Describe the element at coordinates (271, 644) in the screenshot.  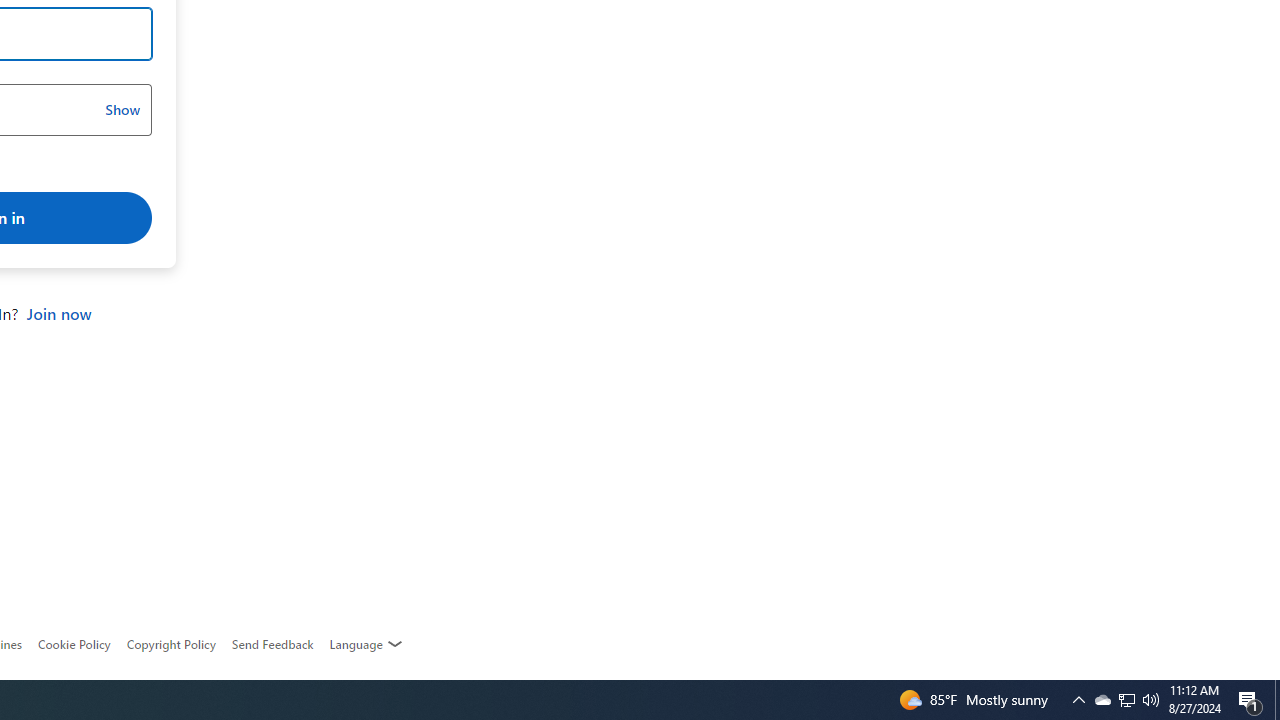
I see `'AutomationID: feedback-request'` at that location.